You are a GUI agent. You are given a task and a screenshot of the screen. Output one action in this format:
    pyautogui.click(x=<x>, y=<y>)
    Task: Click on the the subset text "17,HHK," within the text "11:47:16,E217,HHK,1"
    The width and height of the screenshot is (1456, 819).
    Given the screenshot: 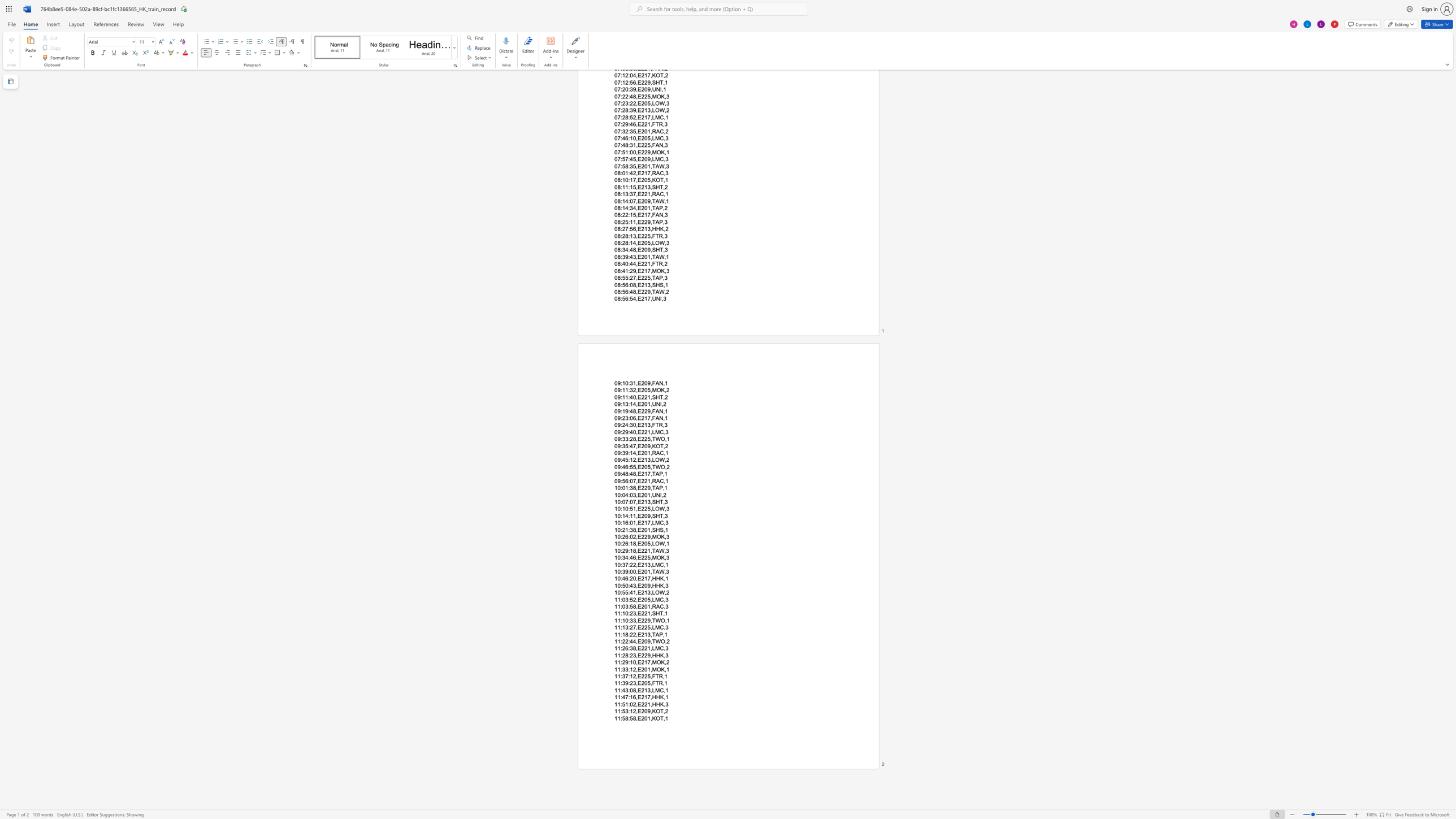 What is the action you would take?
    pyautogui.click(x=643, y=696)
    